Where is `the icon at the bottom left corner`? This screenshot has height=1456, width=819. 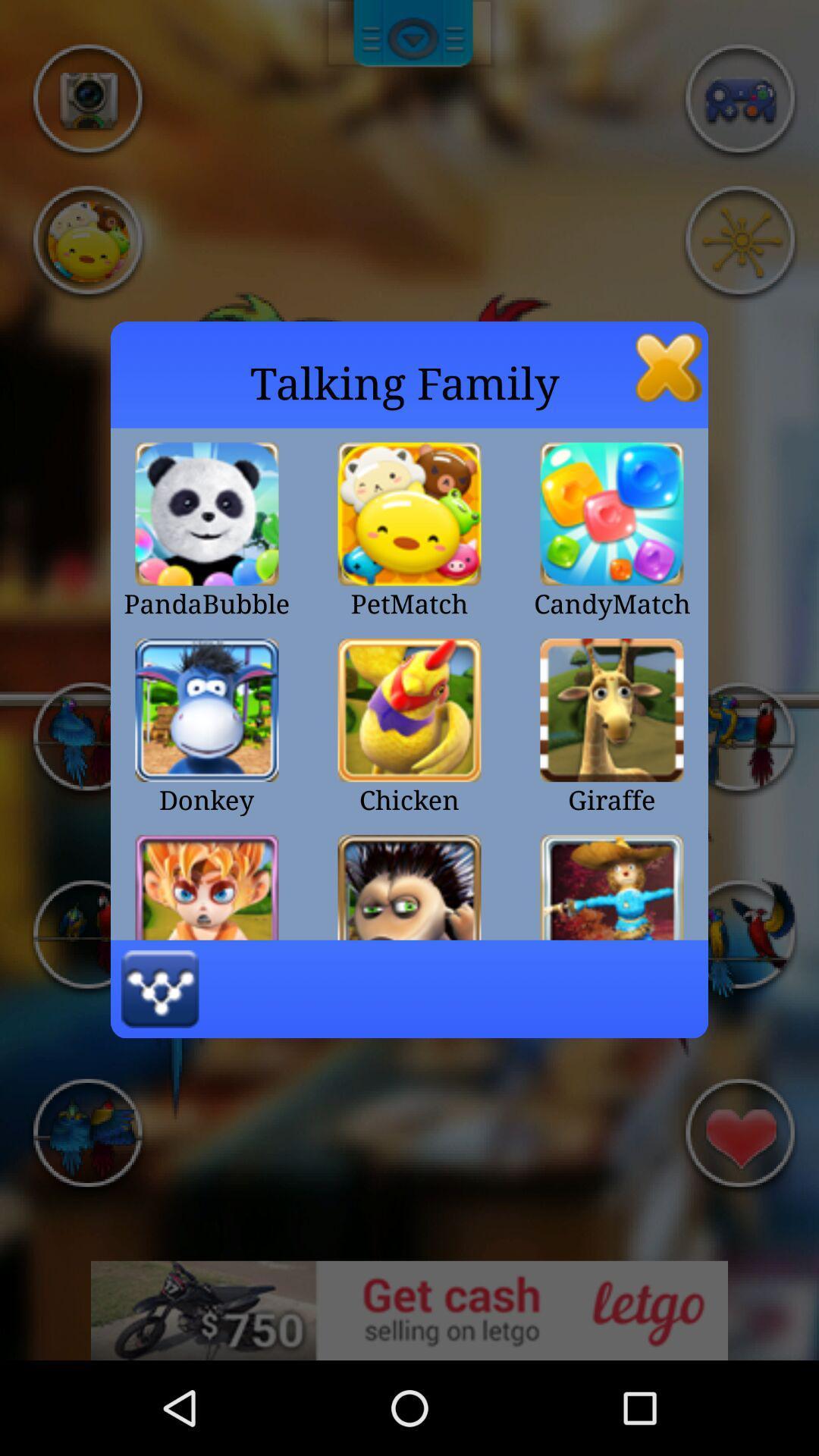
the icon at the bottom left corner is located at coordinates (160, 989).